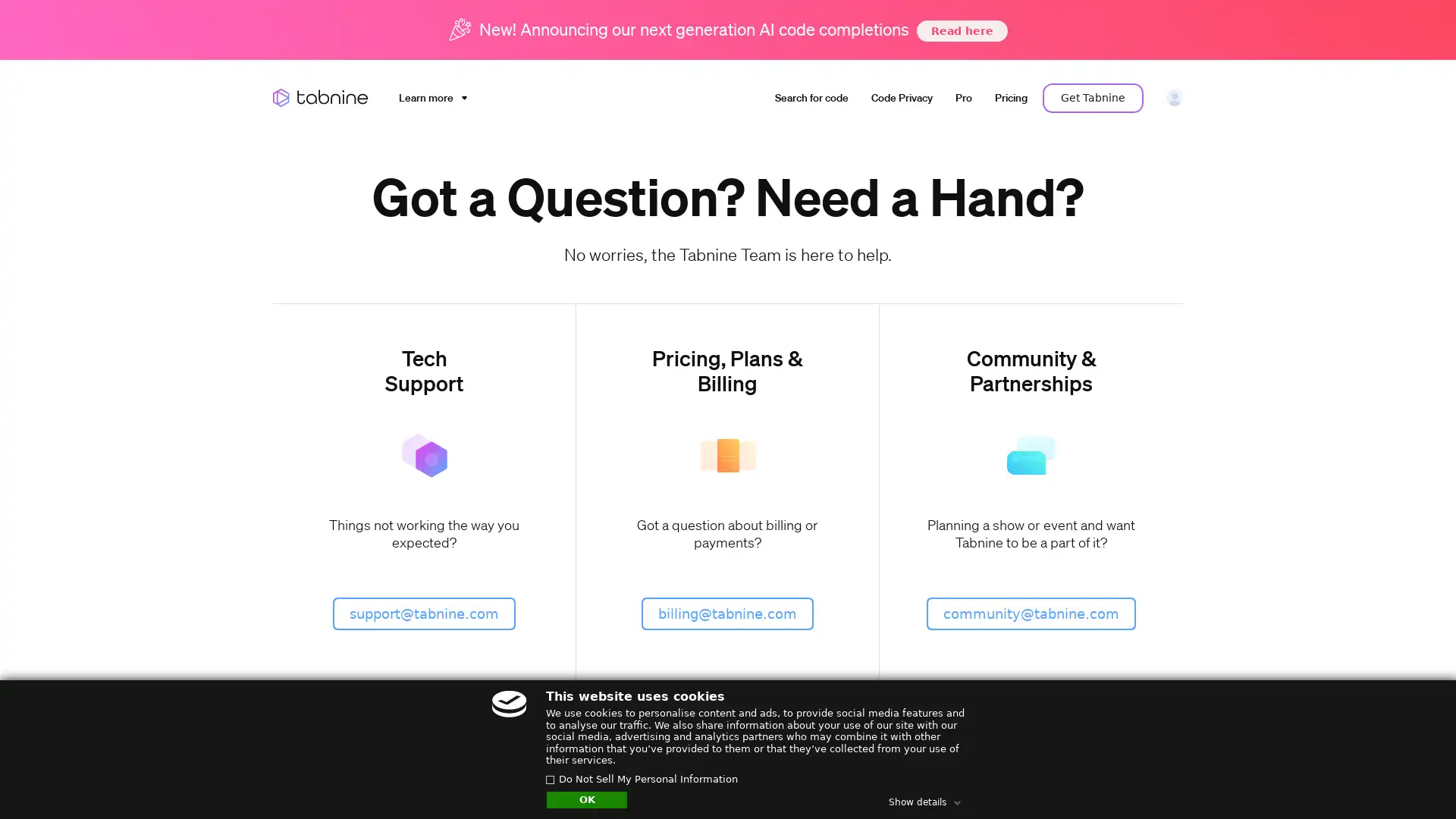 The width and height of the screenshot is (1456, 819). What do you see at coordinates (1093, 97) in the screenshot?
I see `Get Tabnine` at bounding box center [1093, 97].